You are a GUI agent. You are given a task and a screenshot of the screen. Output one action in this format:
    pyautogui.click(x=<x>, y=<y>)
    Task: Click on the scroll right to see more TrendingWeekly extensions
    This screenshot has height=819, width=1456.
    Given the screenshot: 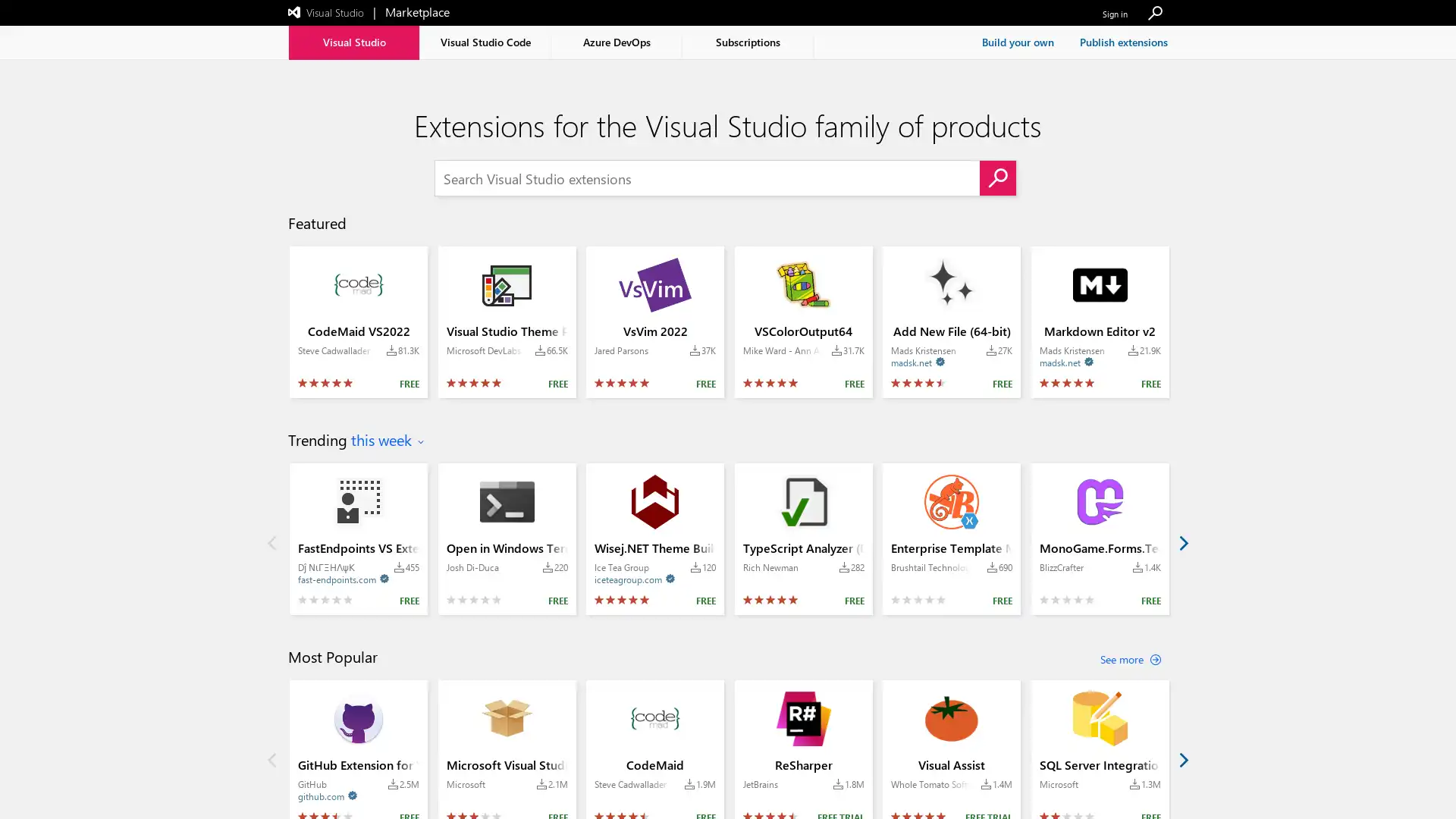 What is the action you would take?
    pyautogui.click(x=1182, y=541)
    